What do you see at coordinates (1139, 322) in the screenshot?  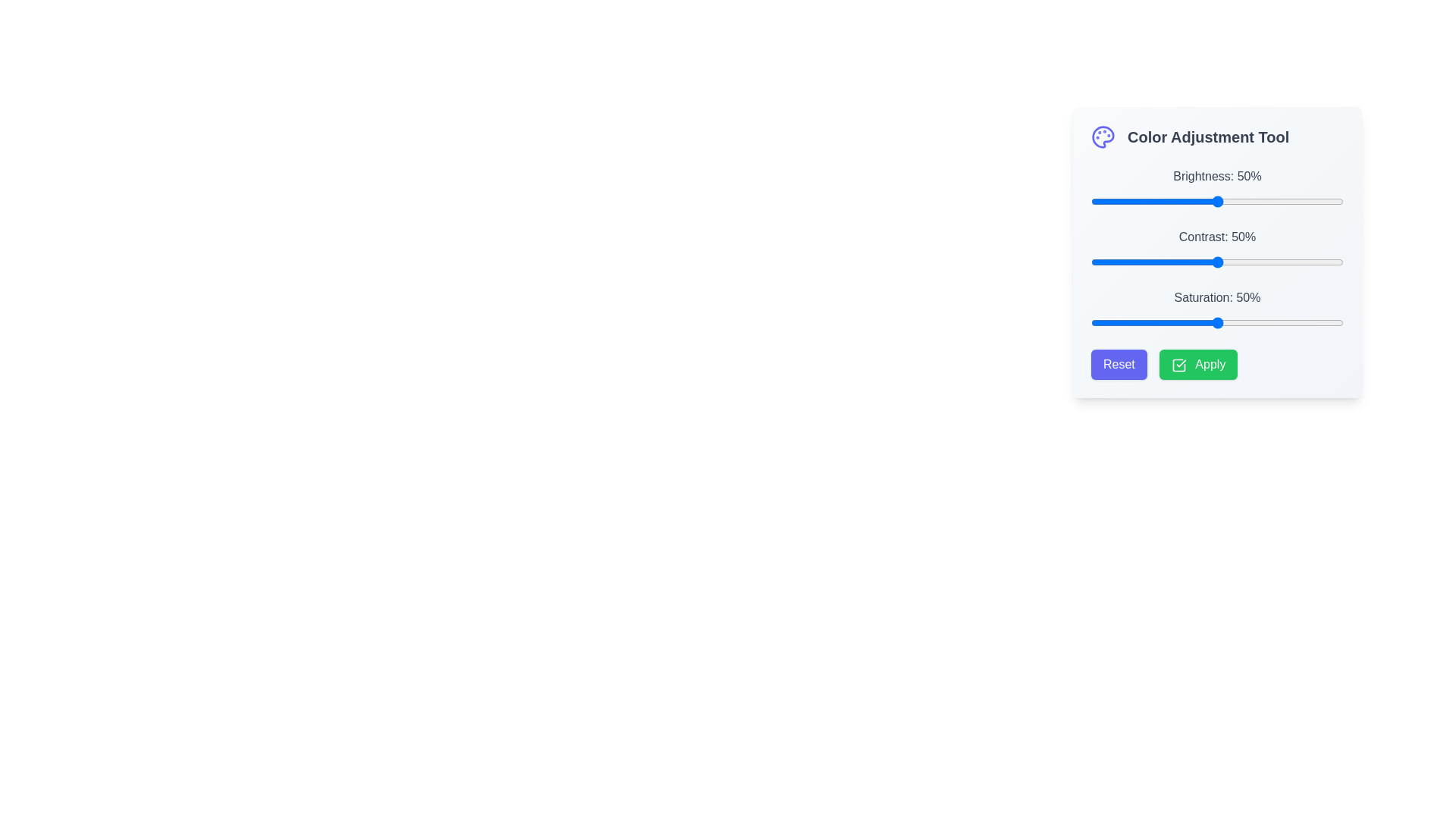 I see `saturation` at bounding box center [1139, 322].